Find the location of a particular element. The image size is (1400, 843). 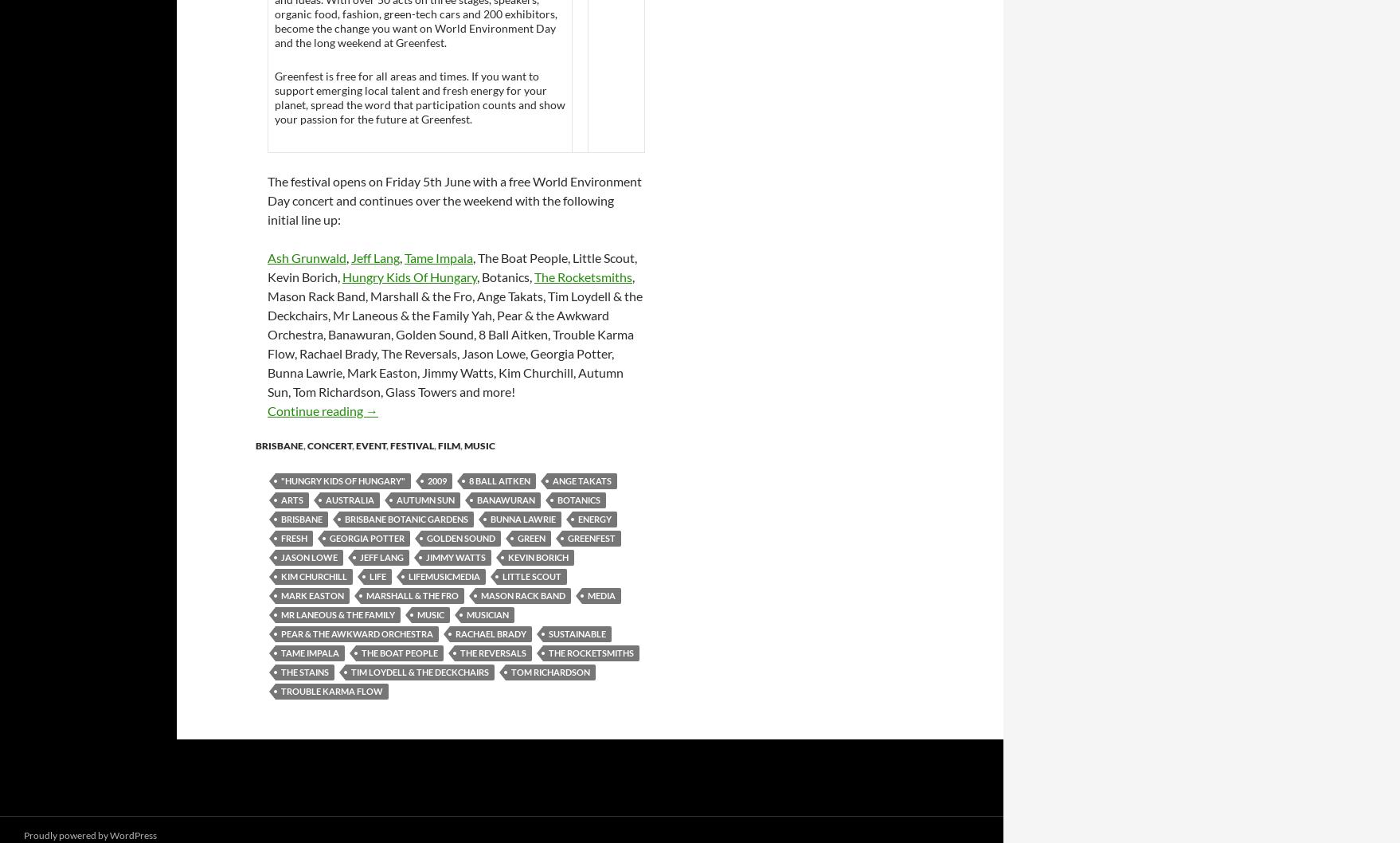

'Tim Loydell & the Deckchairs' is located at coordinates (419, 670).